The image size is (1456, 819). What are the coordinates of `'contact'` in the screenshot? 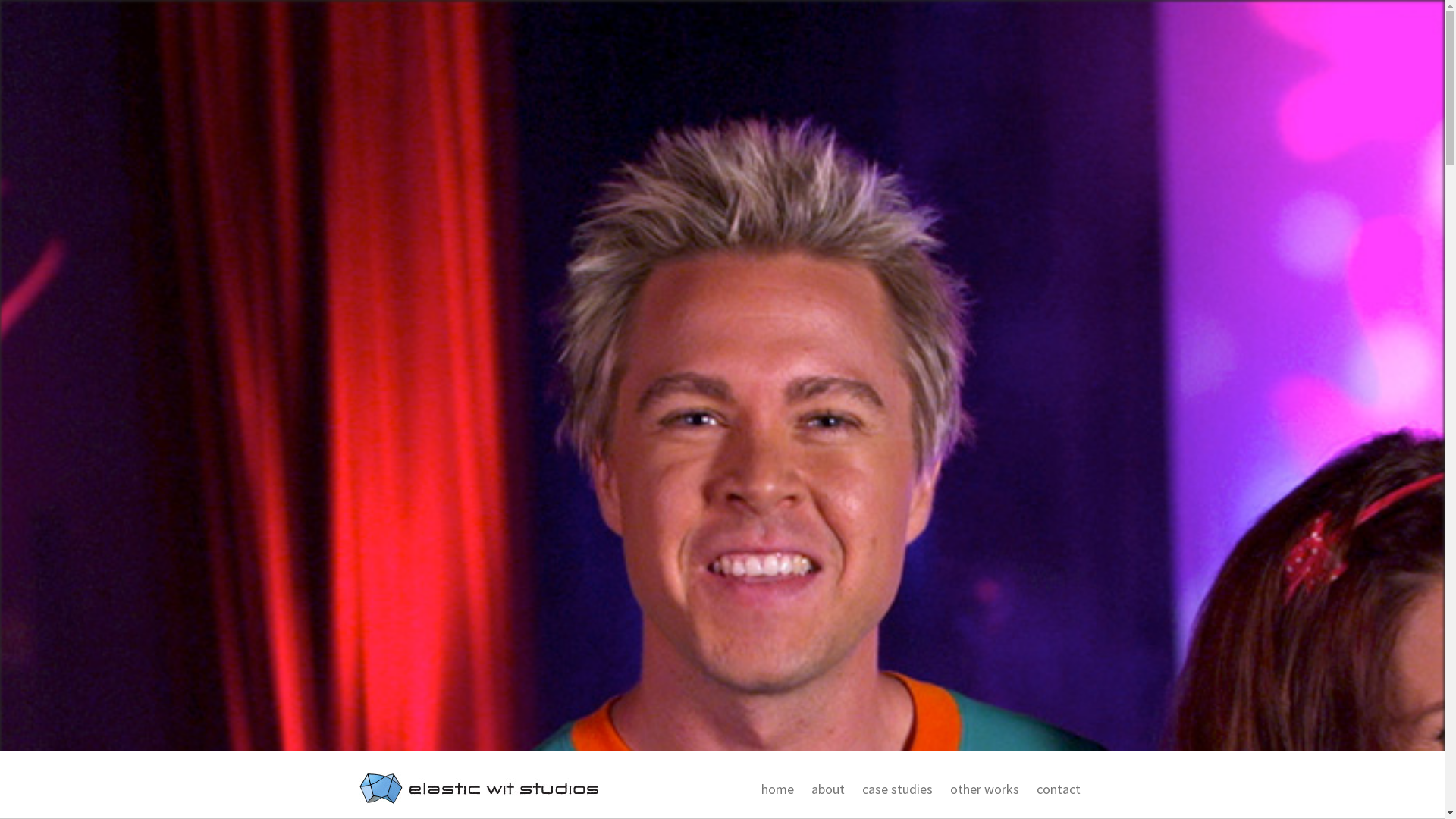 It's located at (1055, 789).